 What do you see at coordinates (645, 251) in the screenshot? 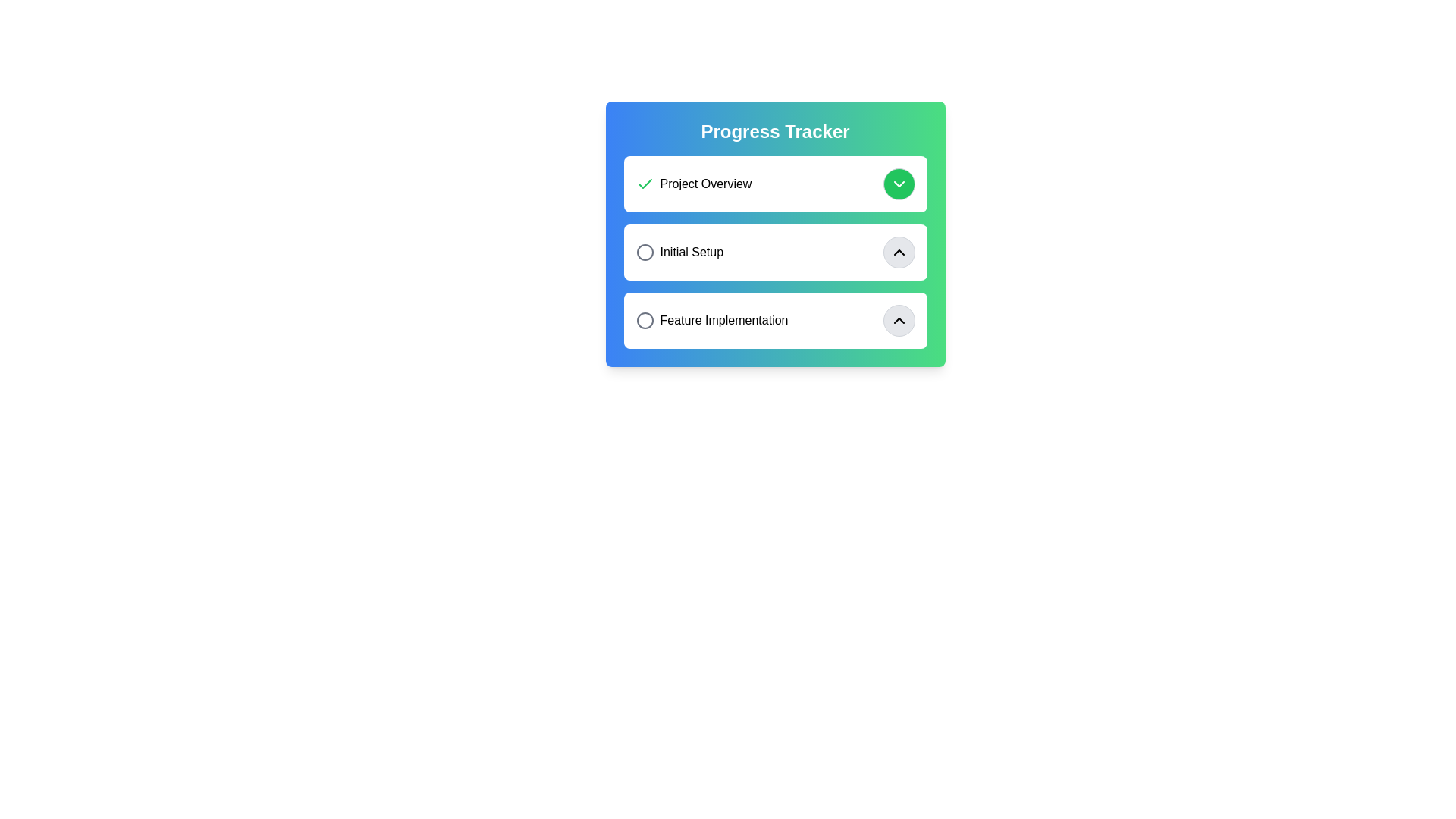
I see `the status indicator icon located in the second section of the 'Progress Tracker' widget, positioned to the left of the 'Initial Setup' text` at bounding box center [645, 251].